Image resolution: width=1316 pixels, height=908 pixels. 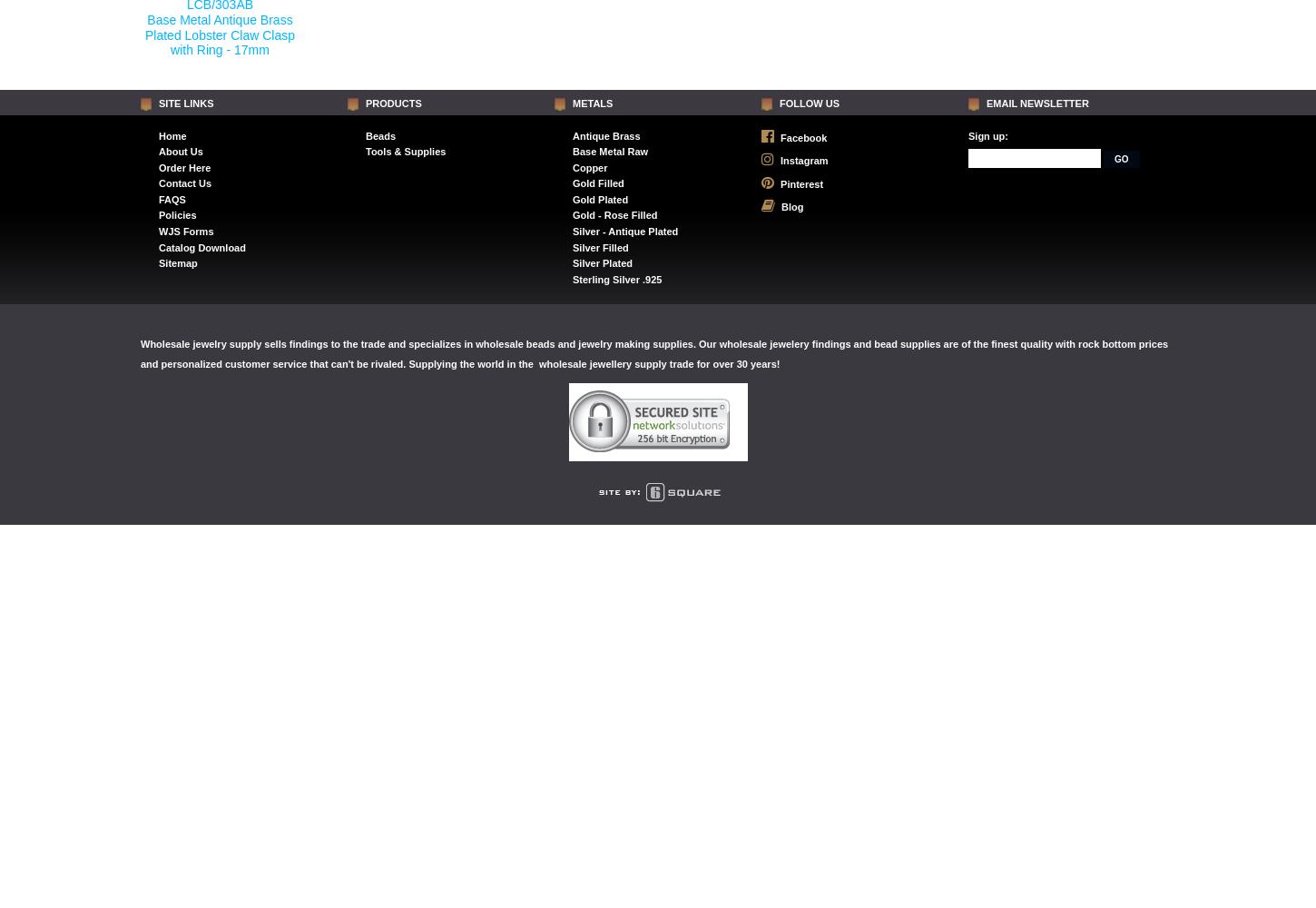 I want to click on 'Sign up:', so click(x=987, y=135).